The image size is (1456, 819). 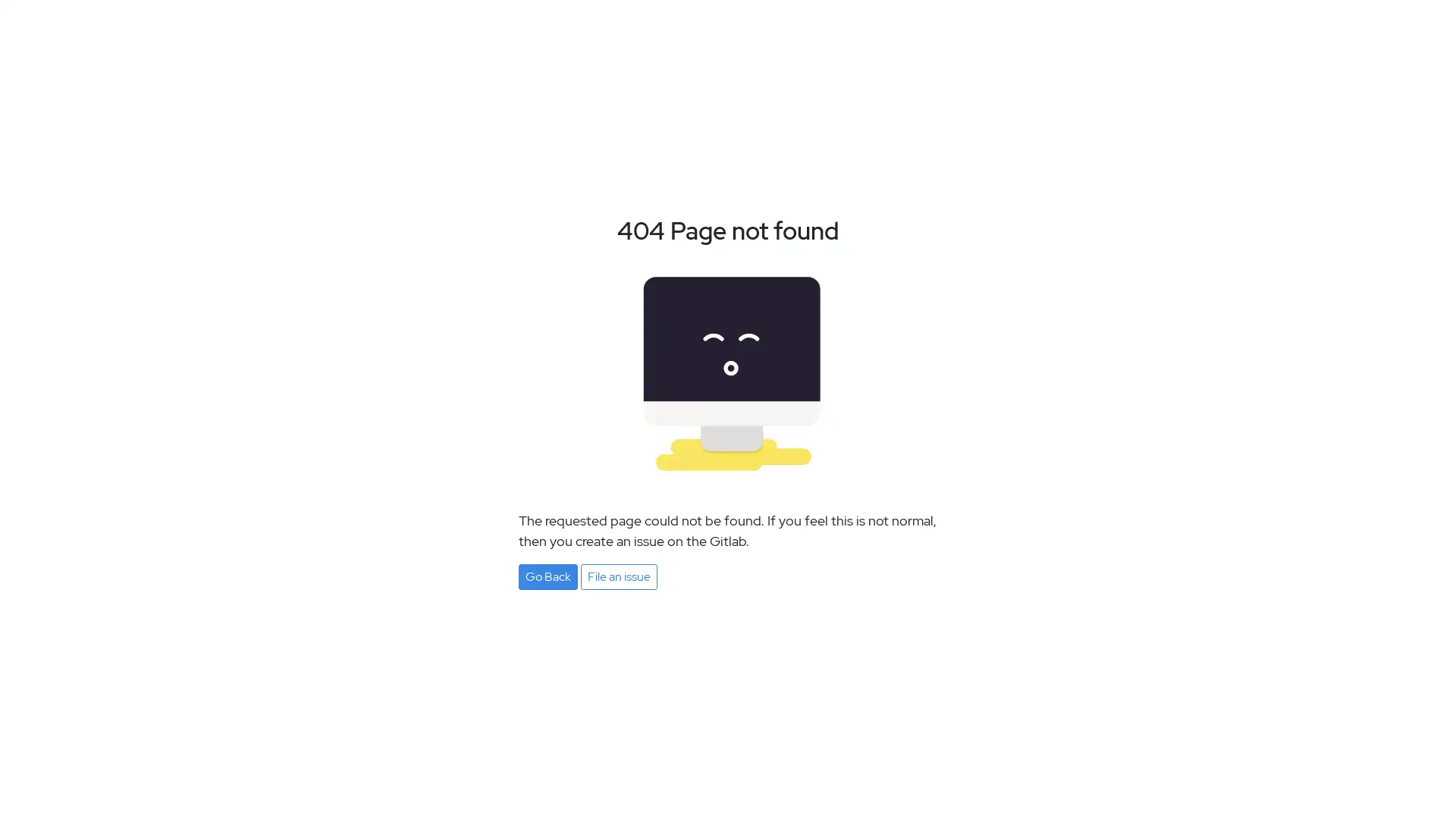 I want to click on Go Back, so click(x=548, y=576).